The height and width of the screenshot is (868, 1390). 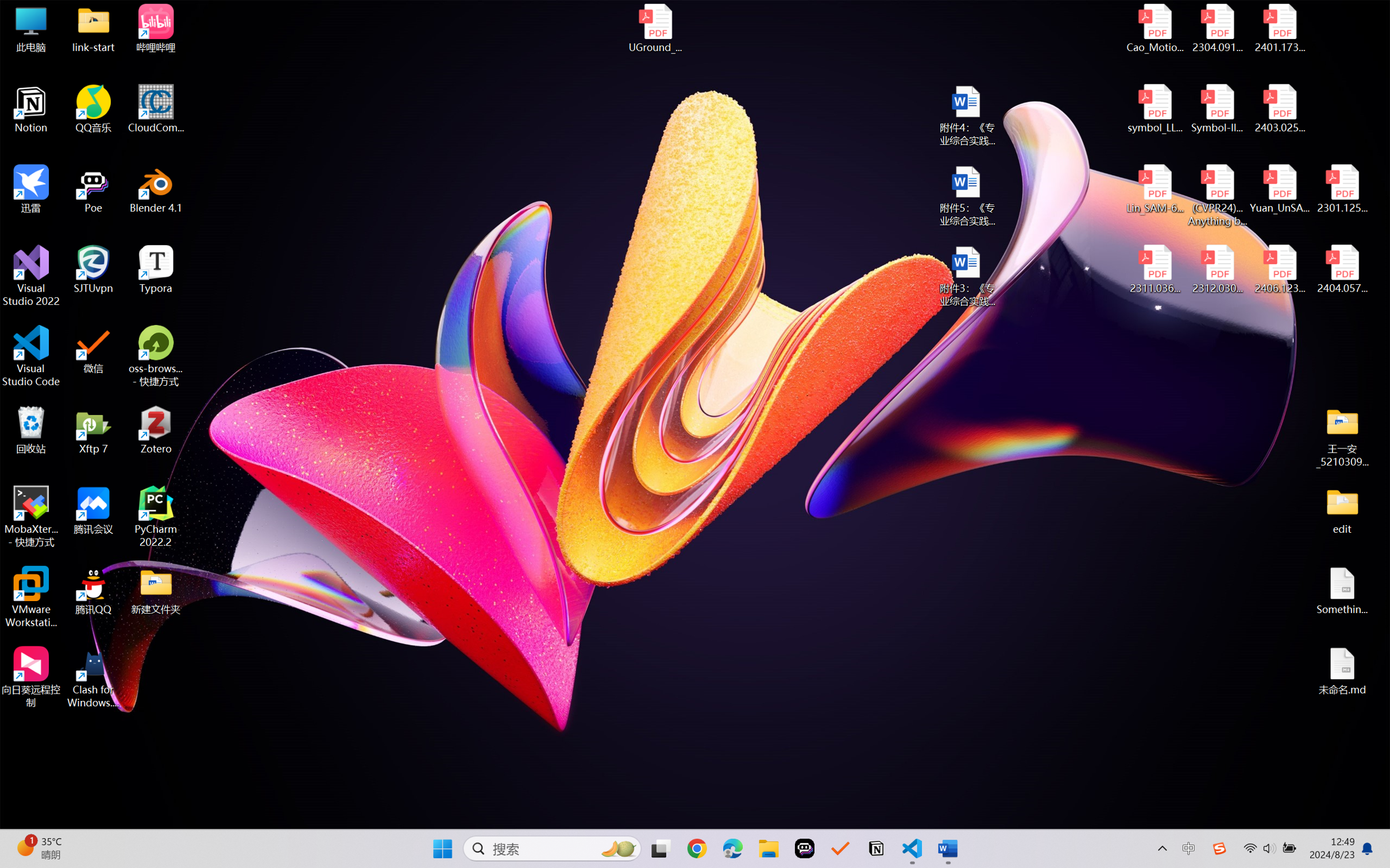 What do you see at coordinates (156, 109) in the screenshot?
I see `'CloudCompare'` at bounding box center [156, 109].